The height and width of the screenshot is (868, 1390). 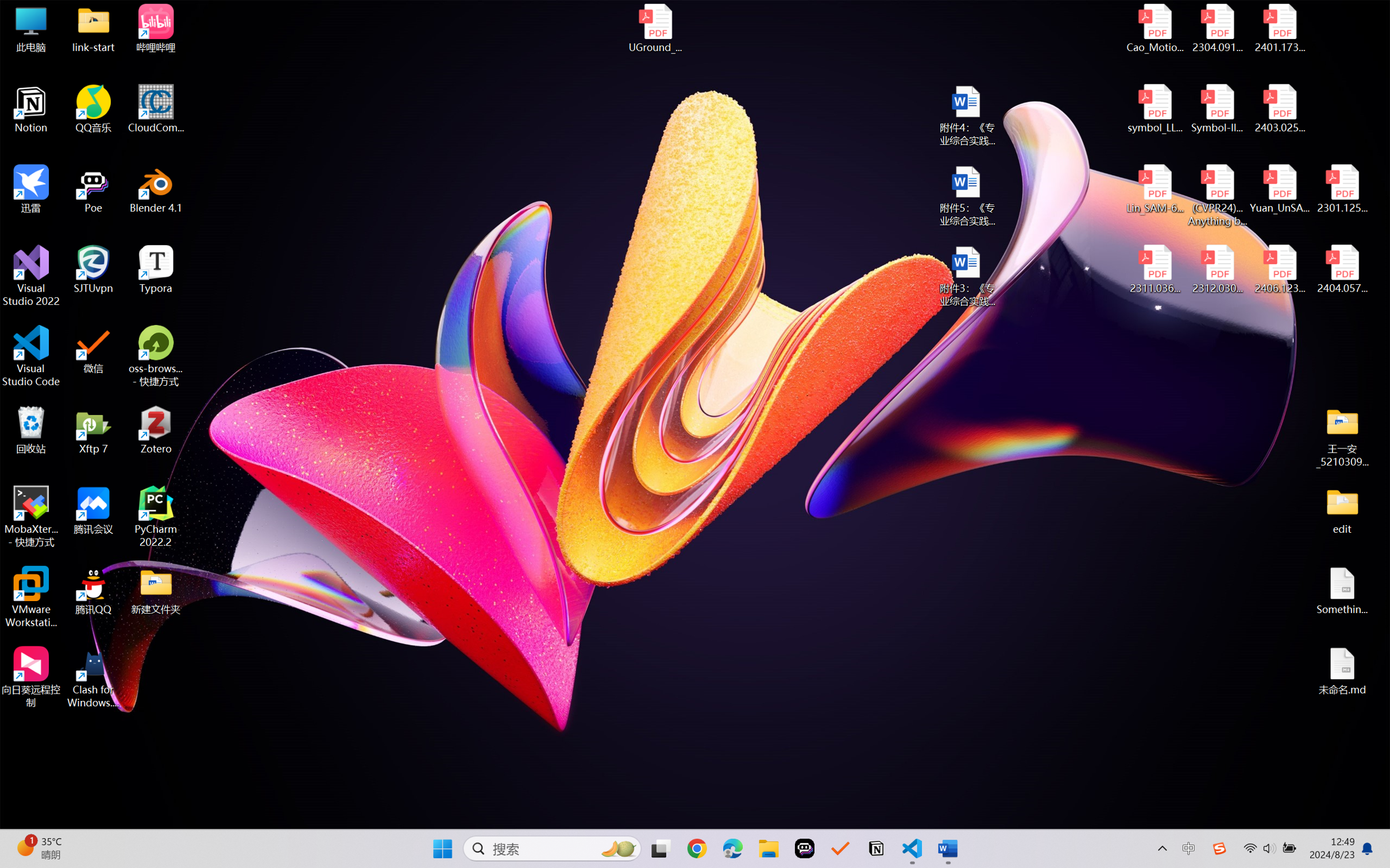 What do you see at coordinates (156, 109) in the screenshot?
I see `'CloudCompare'` at bounding box center [156, 109].